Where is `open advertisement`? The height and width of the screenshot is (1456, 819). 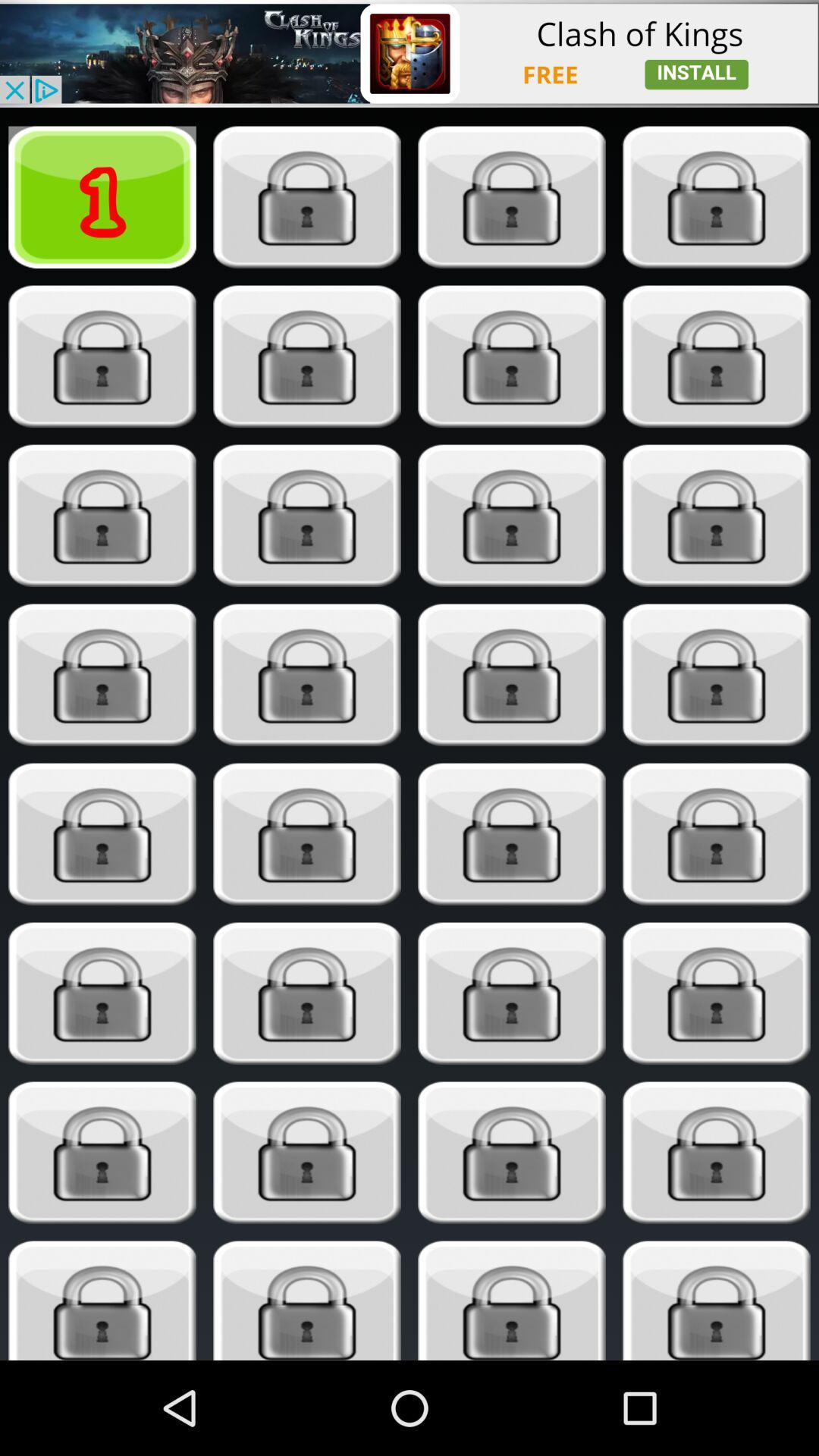
open advertisement is located at coordinates (409, 53).